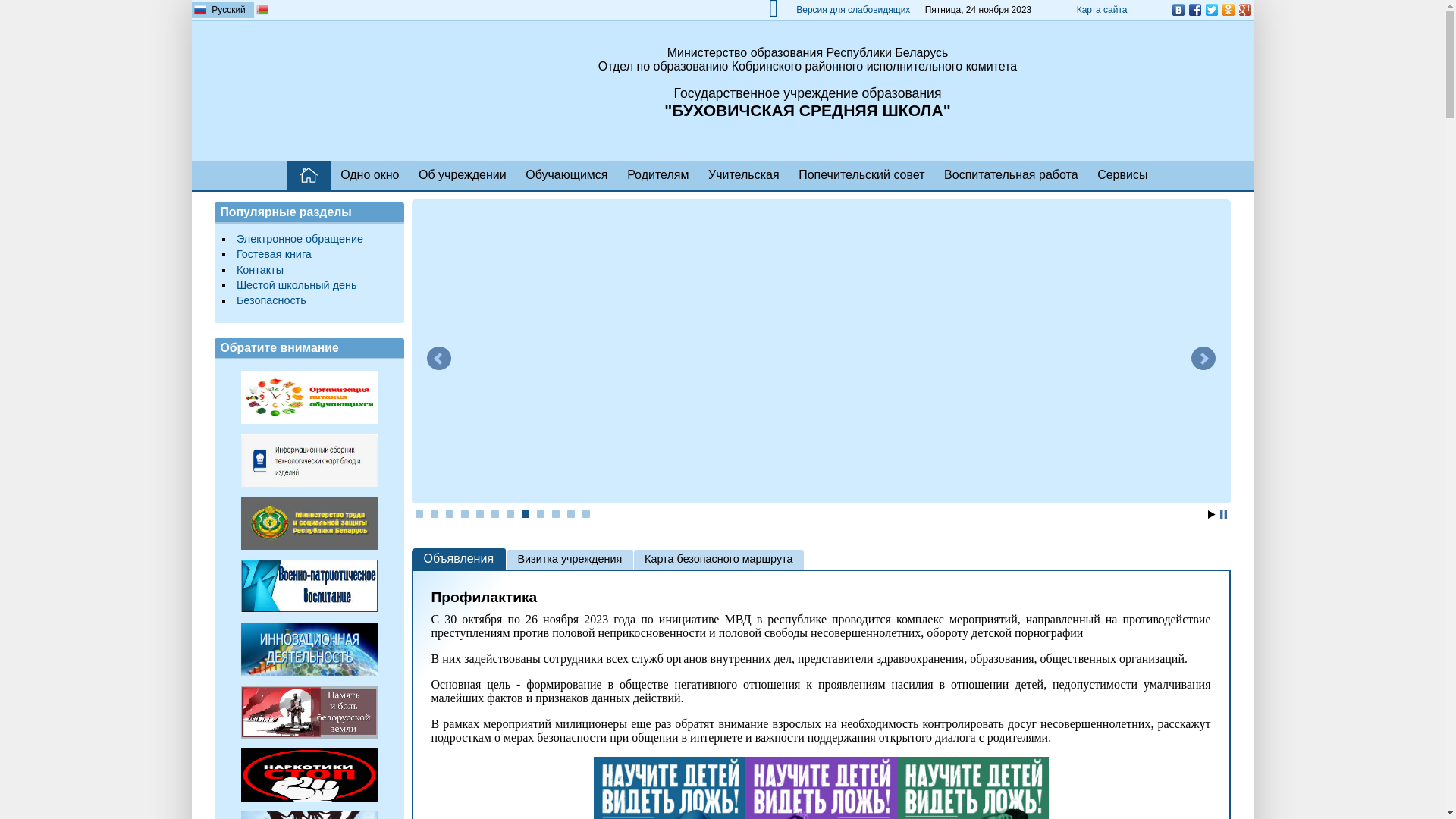 This screenshot has height=819, width=1456. What do you see at coordinates (479, 513) in the screenshot?
I see `'5'` at bounding box center [479, 513].